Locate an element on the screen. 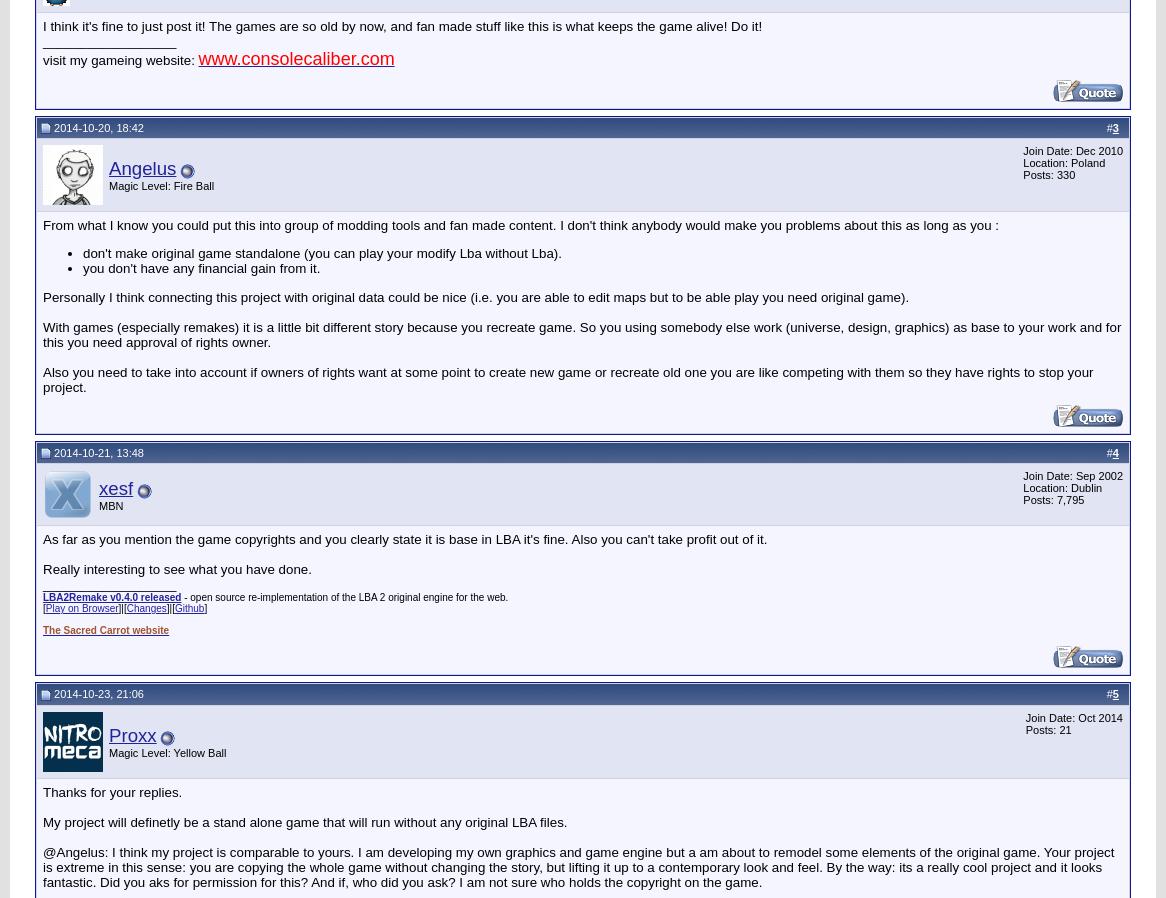 The height and width of the screenshot is (898, 1166). 'you don't have any financial gain from it.' is located at coordinates (200, 268).